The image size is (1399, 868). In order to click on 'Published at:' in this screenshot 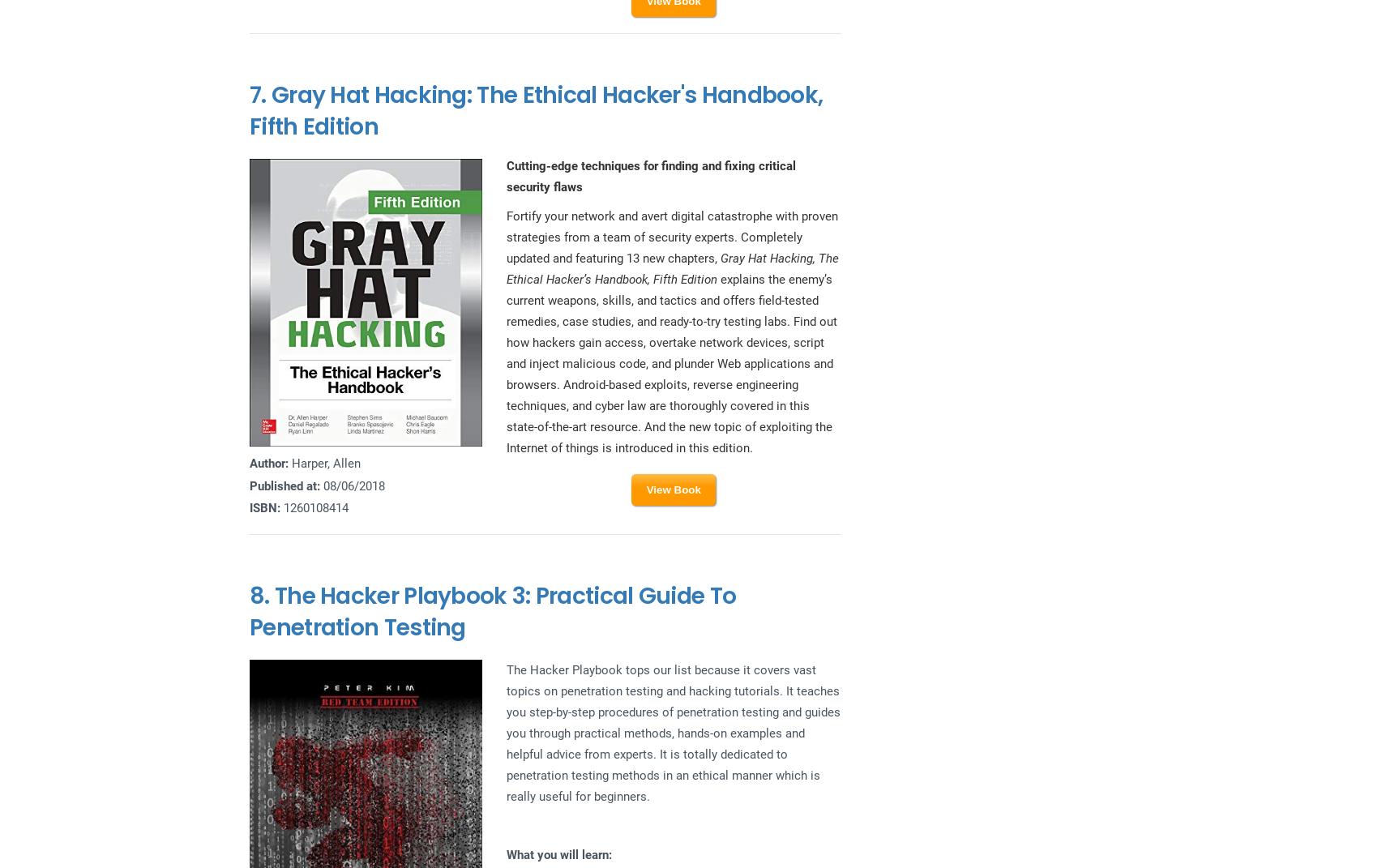, I will do `click(285, 485)`.